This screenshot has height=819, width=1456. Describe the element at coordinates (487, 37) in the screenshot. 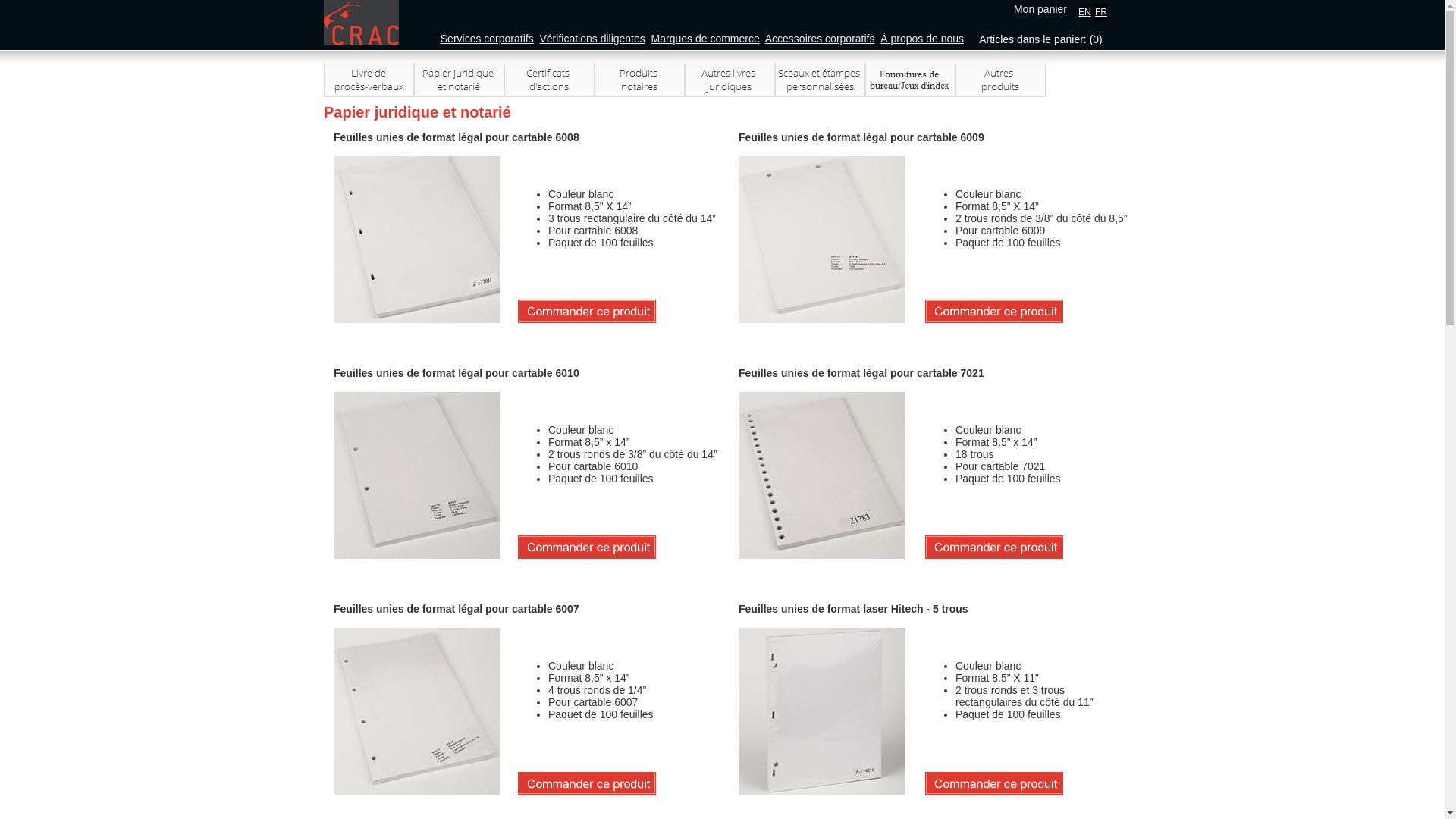

I see `'Services corporatifs'` at that location.